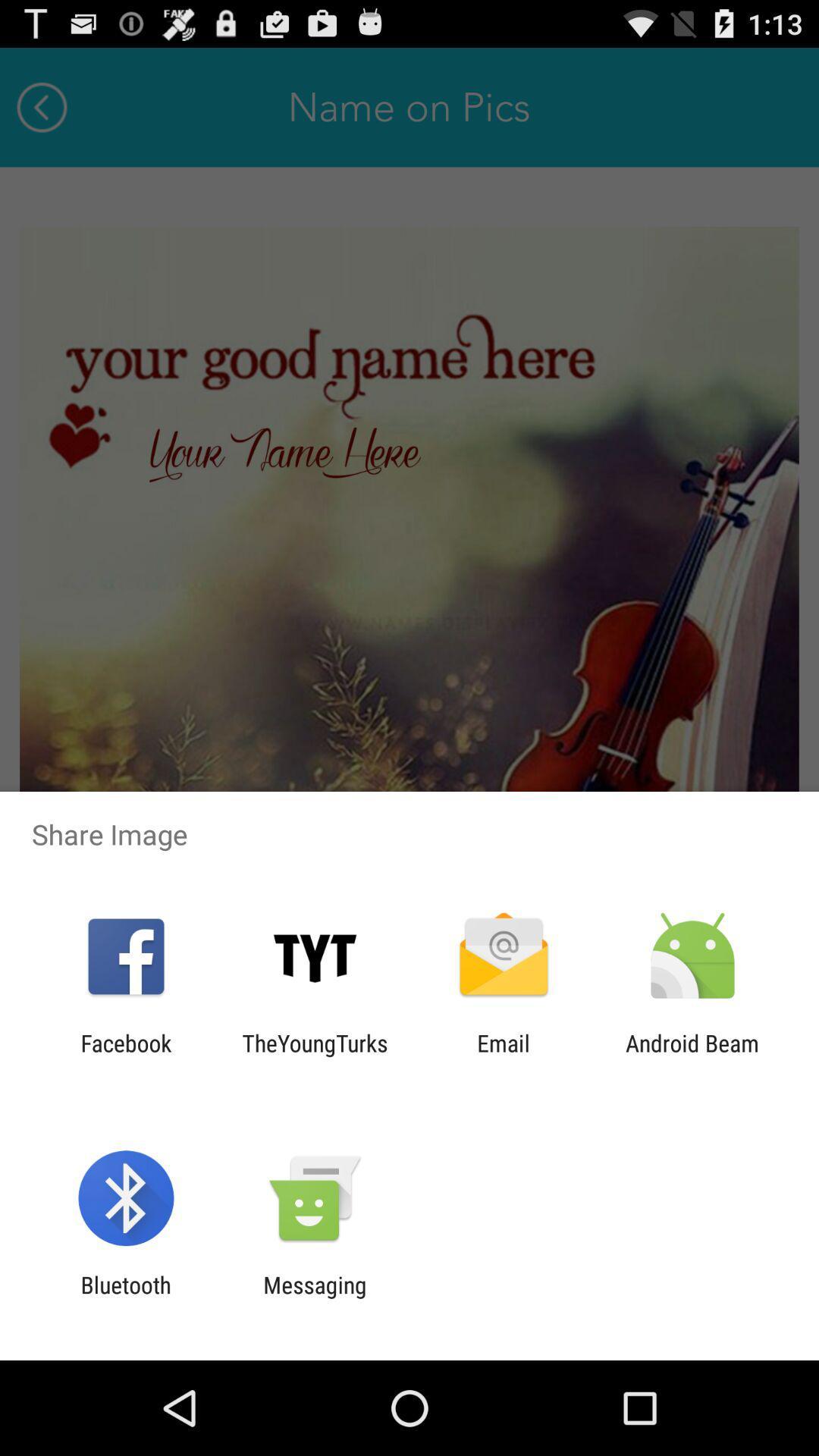 The height and width of the screenshot is (1456, 819). I want to click on the icon to the left of the android beam icon, so click(504, 1056).